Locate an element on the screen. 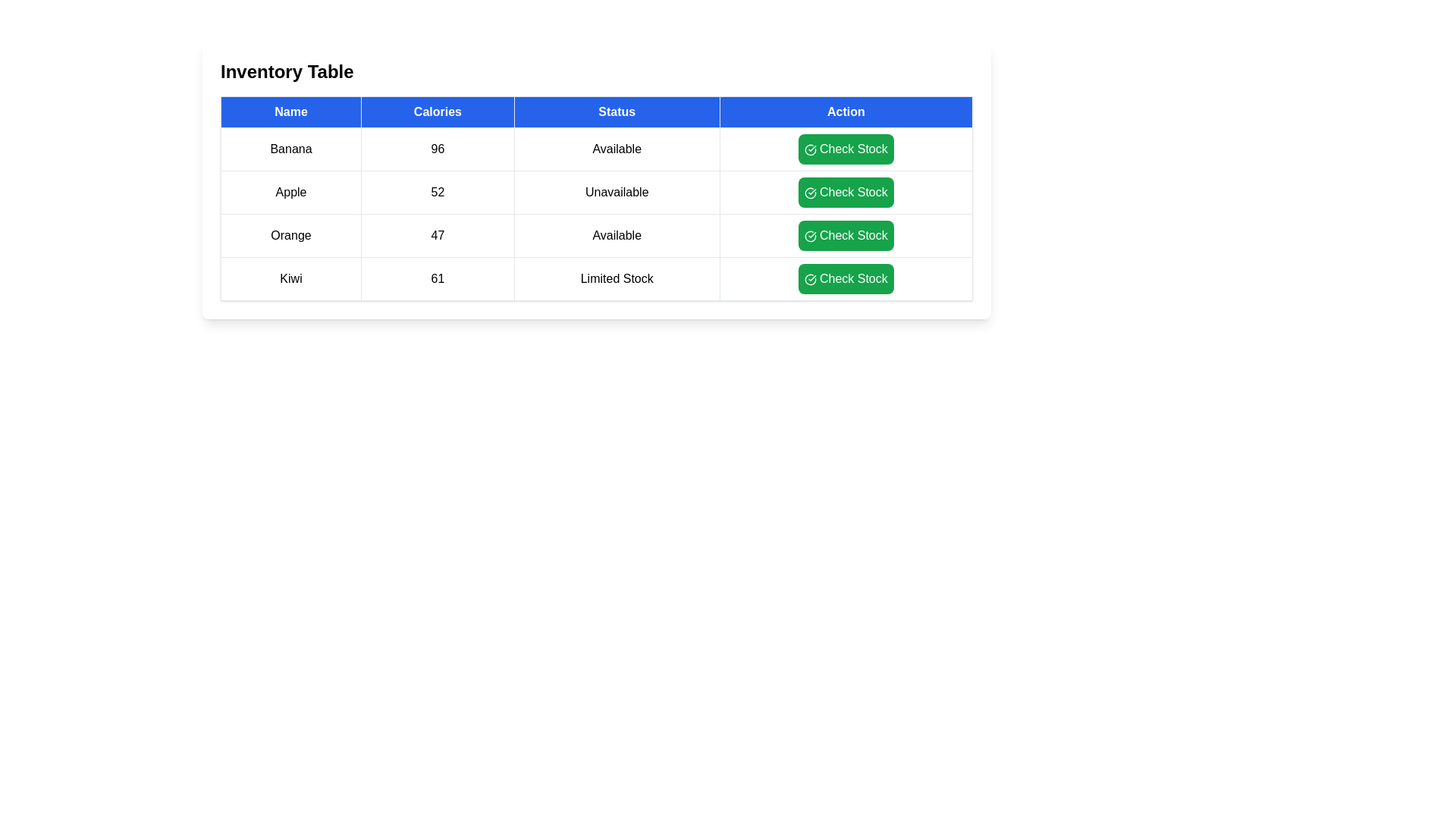  the header column Name to sort the table by that column is located at coordinates (291, 111).